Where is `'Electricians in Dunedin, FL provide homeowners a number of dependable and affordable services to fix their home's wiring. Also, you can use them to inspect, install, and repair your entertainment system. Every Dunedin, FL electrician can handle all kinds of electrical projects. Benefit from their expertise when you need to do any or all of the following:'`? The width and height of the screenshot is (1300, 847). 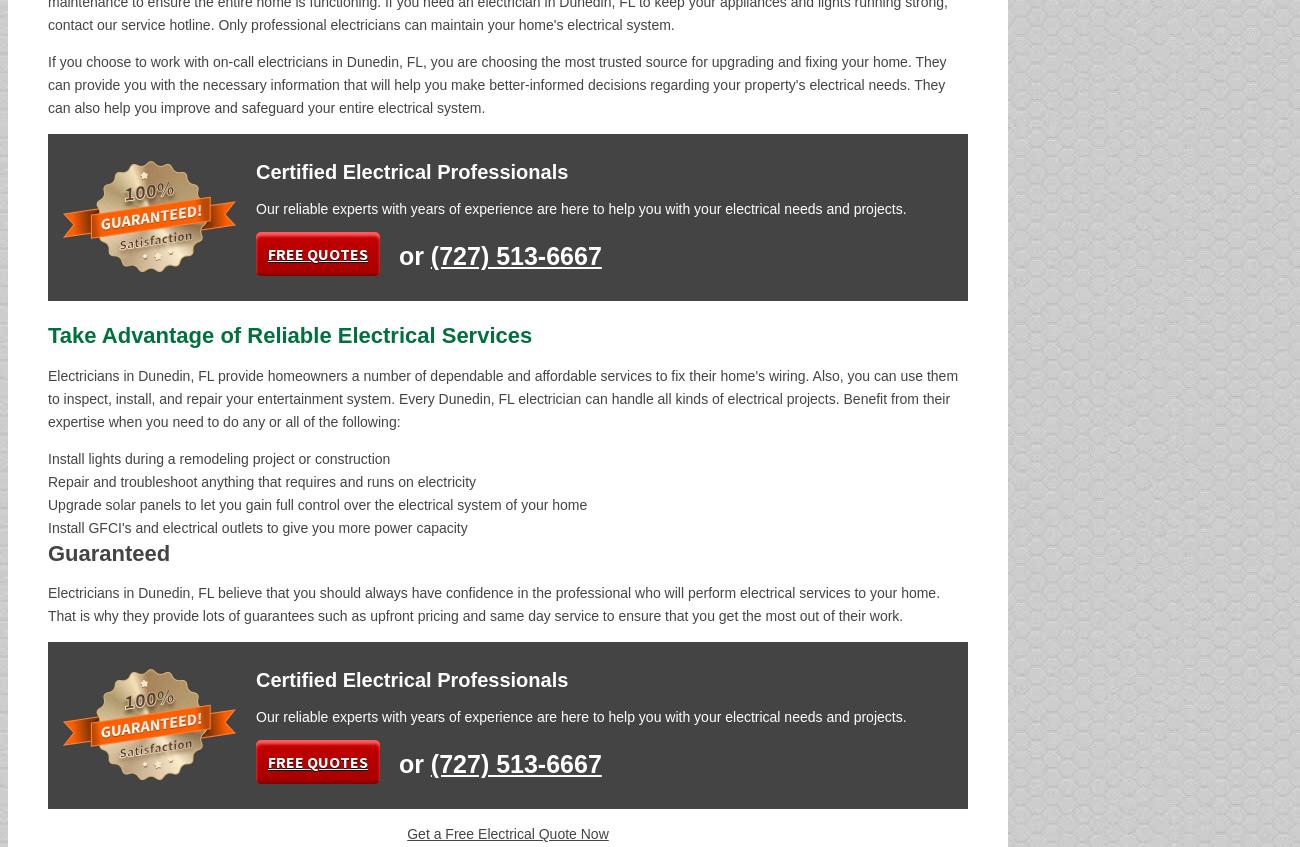 'Electricians in Dunedin, FL provide homeowners a number of dependable and affordable services to fix their home's wiring. Also, you can use them to inspect, install, and repair your entertainment system. Every Dunedin, FL electrician can handle all kinds of electrical projects. Benefit from their expertise when you need to do any or all of the following:' is located at coordinates (502, 398).